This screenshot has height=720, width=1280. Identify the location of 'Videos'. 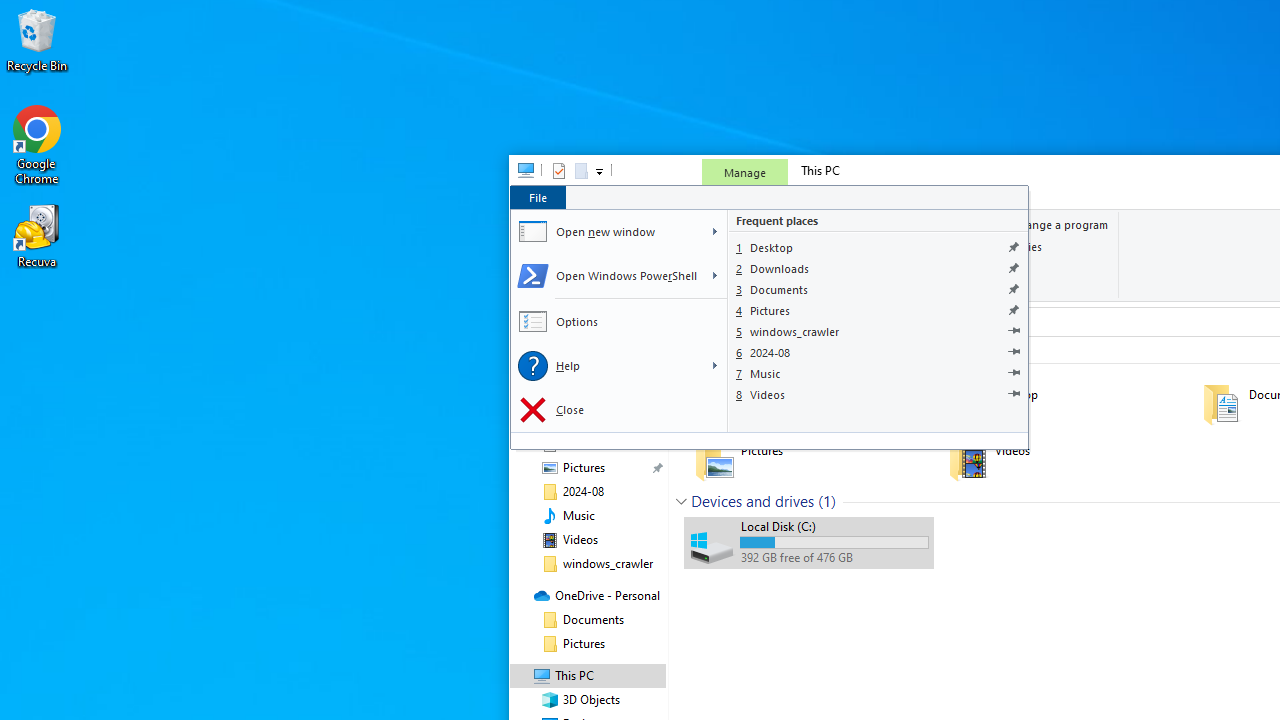
(878, 394).